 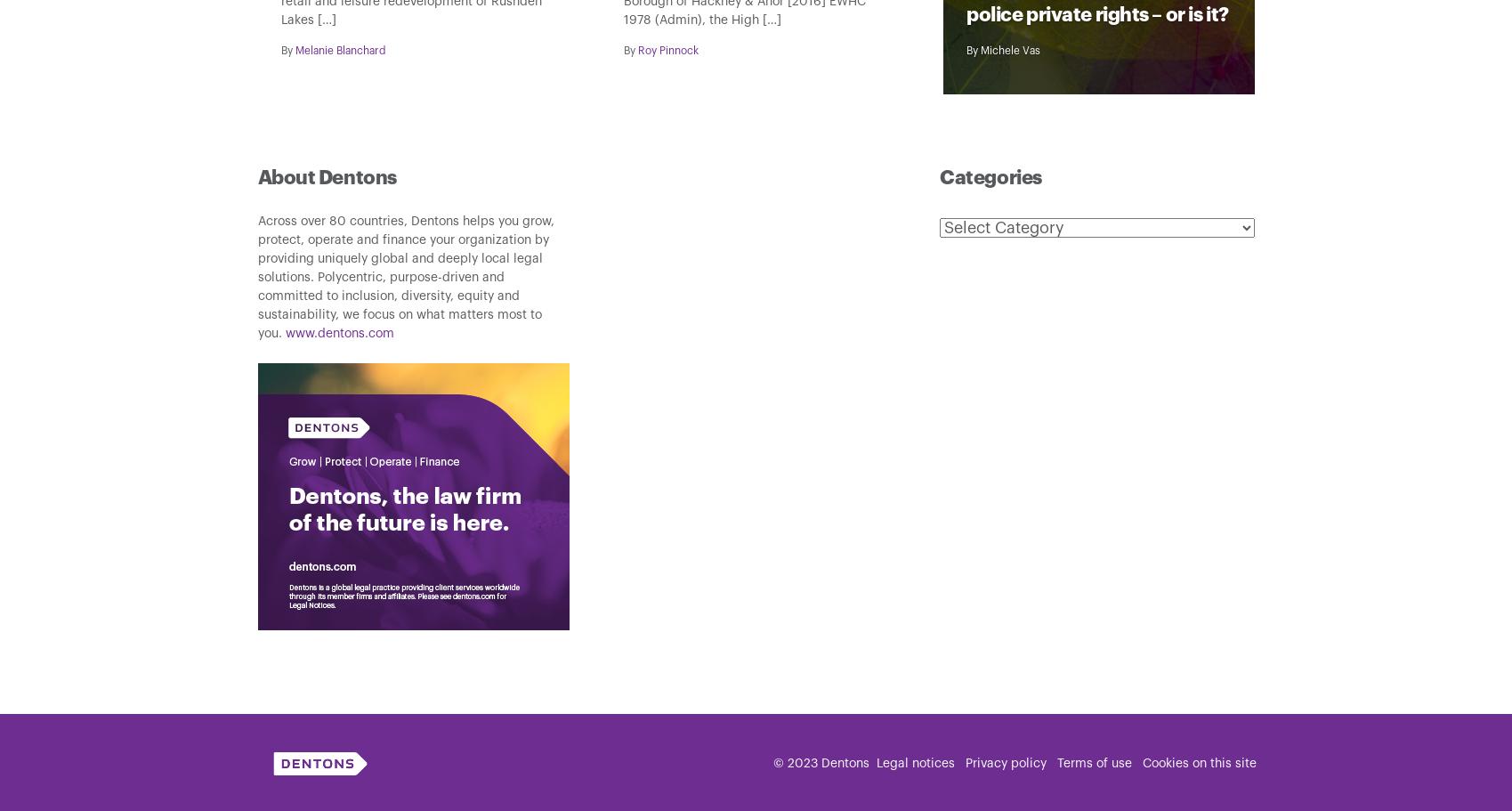 What do you see at coordinates (820, 762) in the screenshot?
I see `'© 2023 Dentons'` at bounding box center [820, 762].